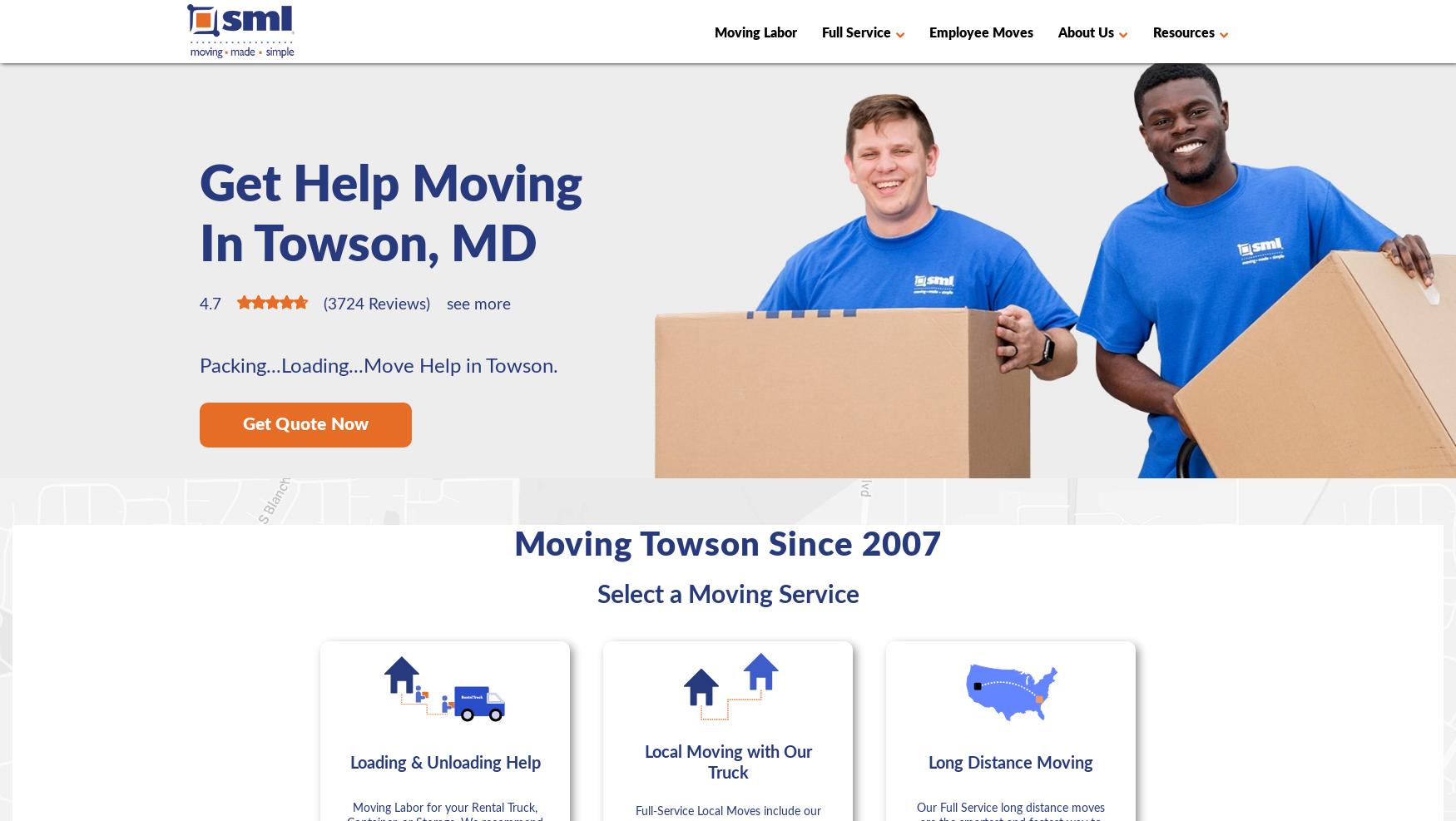 This screenshot has width=1456, height=821. I want to click on 'Select a Moving Service', so click(727, 594).